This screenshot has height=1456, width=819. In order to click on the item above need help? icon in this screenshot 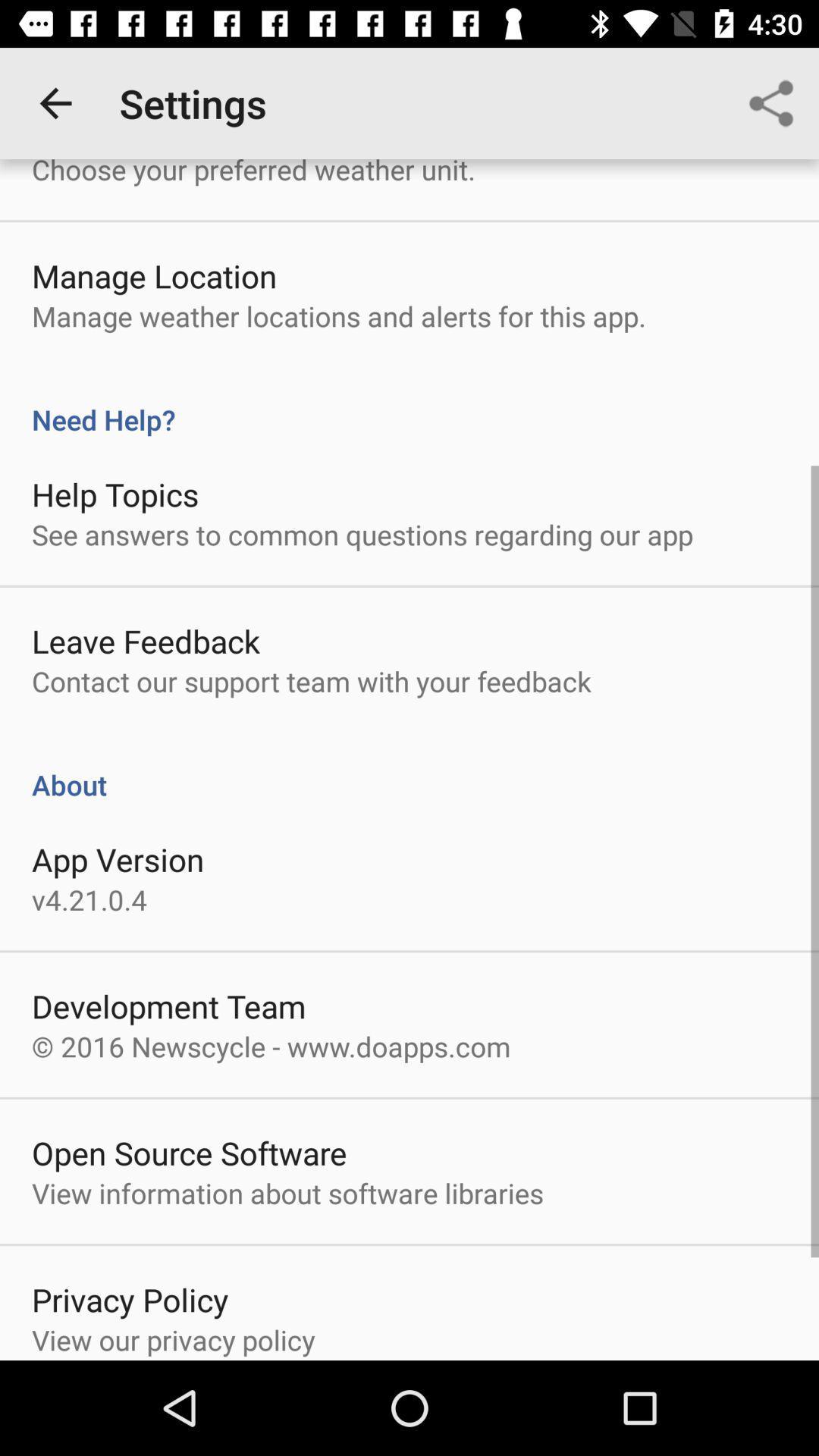, I will do `click(338, 315)`.